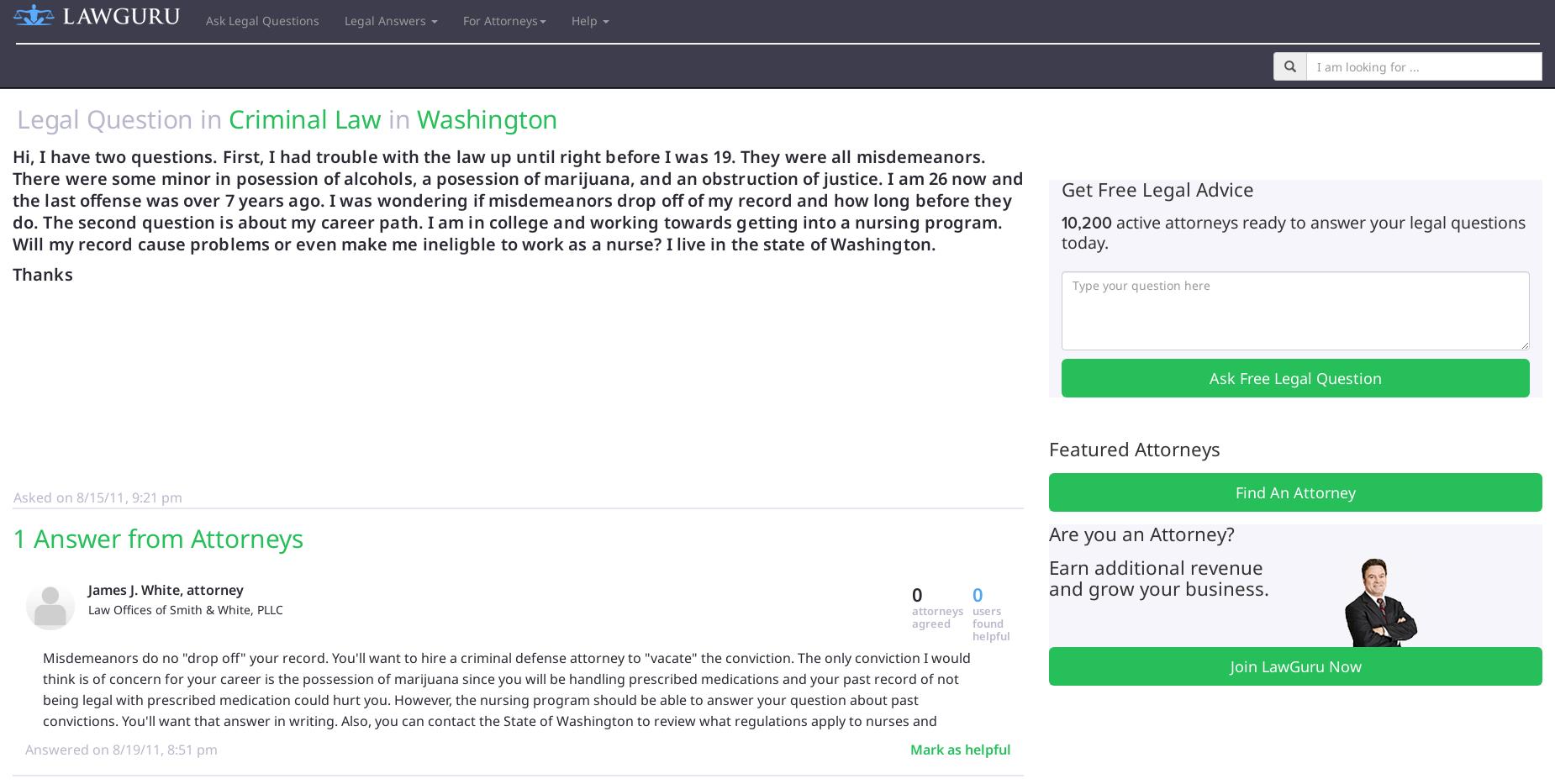 The width and height of the screenshot is (1555, 784). I want to click on 'attorneys agreed', so click(911, 616).